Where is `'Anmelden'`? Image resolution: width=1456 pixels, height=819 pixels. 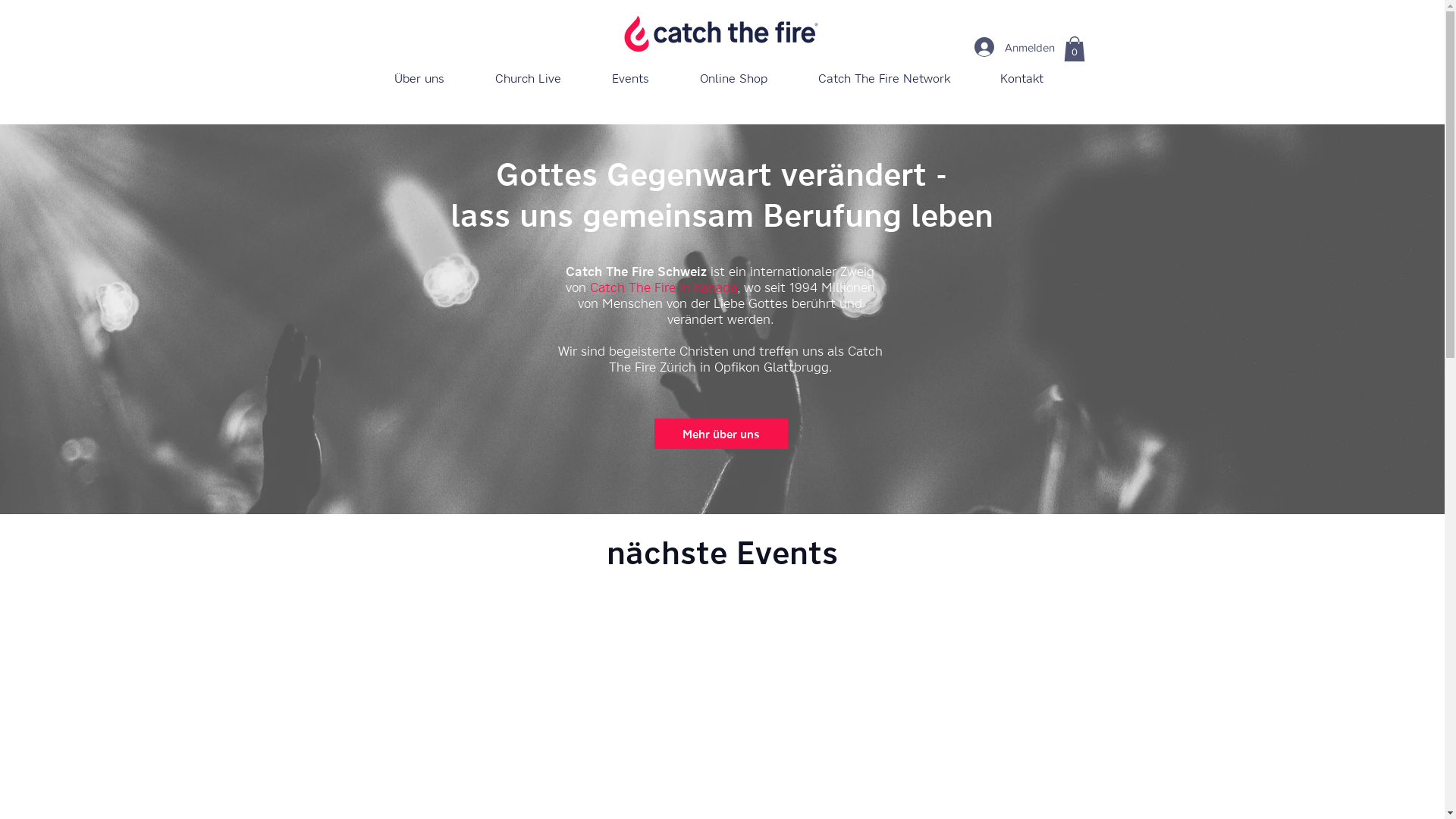 'Anmelden' is located at coordinates (1008, 45).